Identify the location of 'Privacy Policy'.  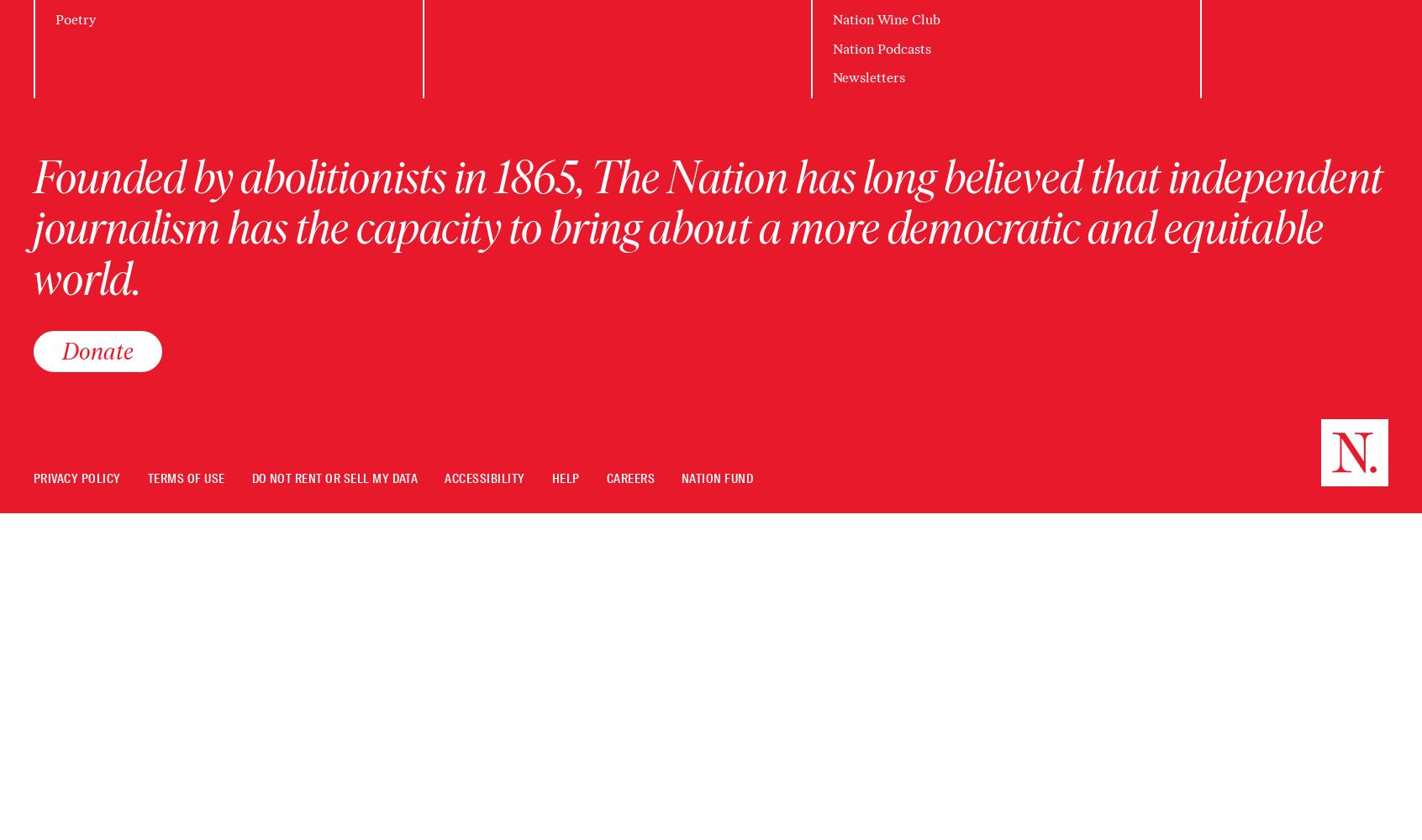
(76, 478).